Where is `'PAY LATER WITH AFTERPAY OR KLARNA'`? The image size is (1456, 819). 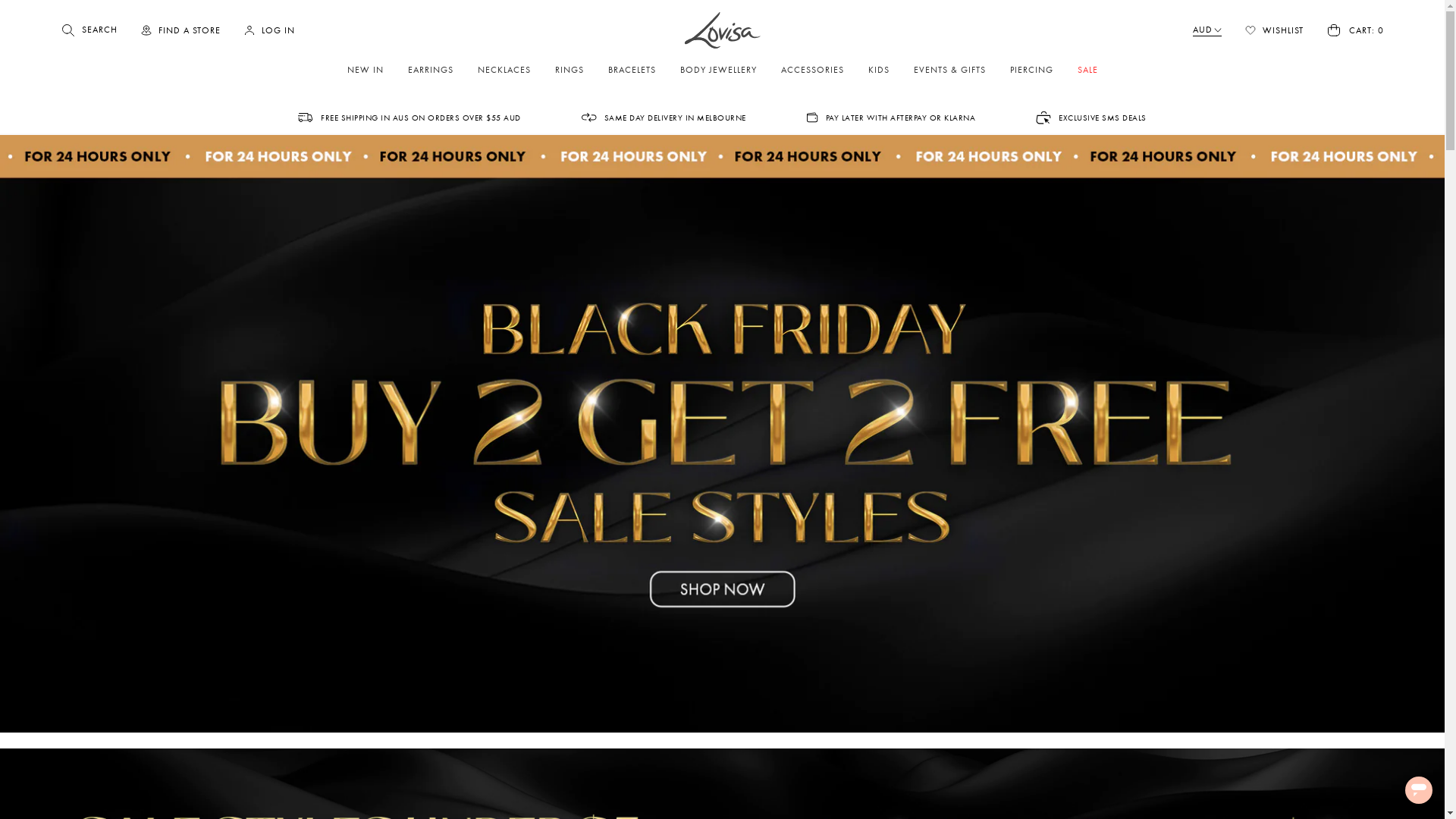
'PAY LATER WITH AFTERPAY OR KLARNA' is located at coordinates (806, 116).